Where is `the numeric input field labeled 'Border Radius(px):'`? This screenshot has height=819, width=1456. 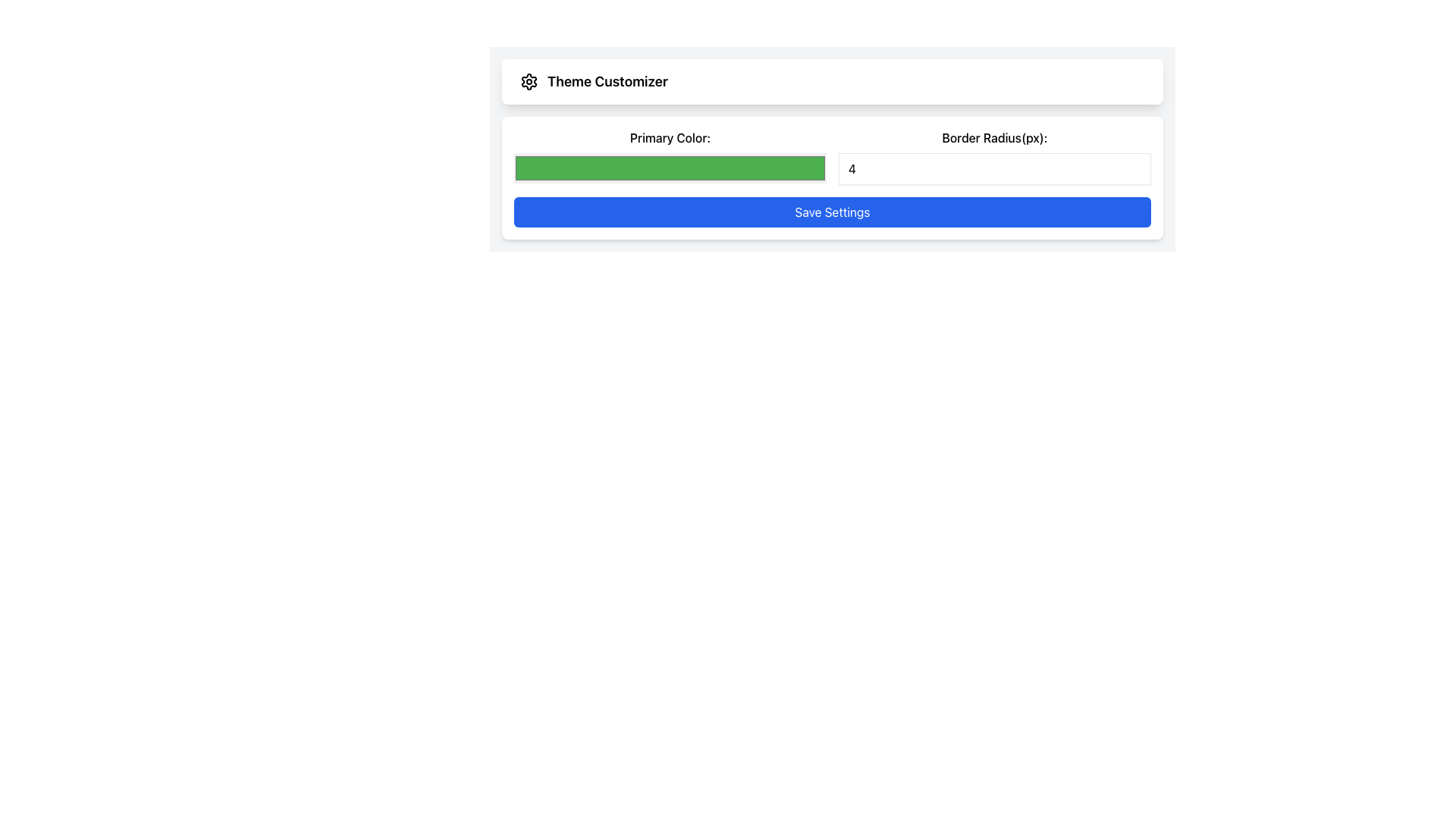
the numeric input field labeled 'Border Radius(px):' is located at coordinates (994, 157).